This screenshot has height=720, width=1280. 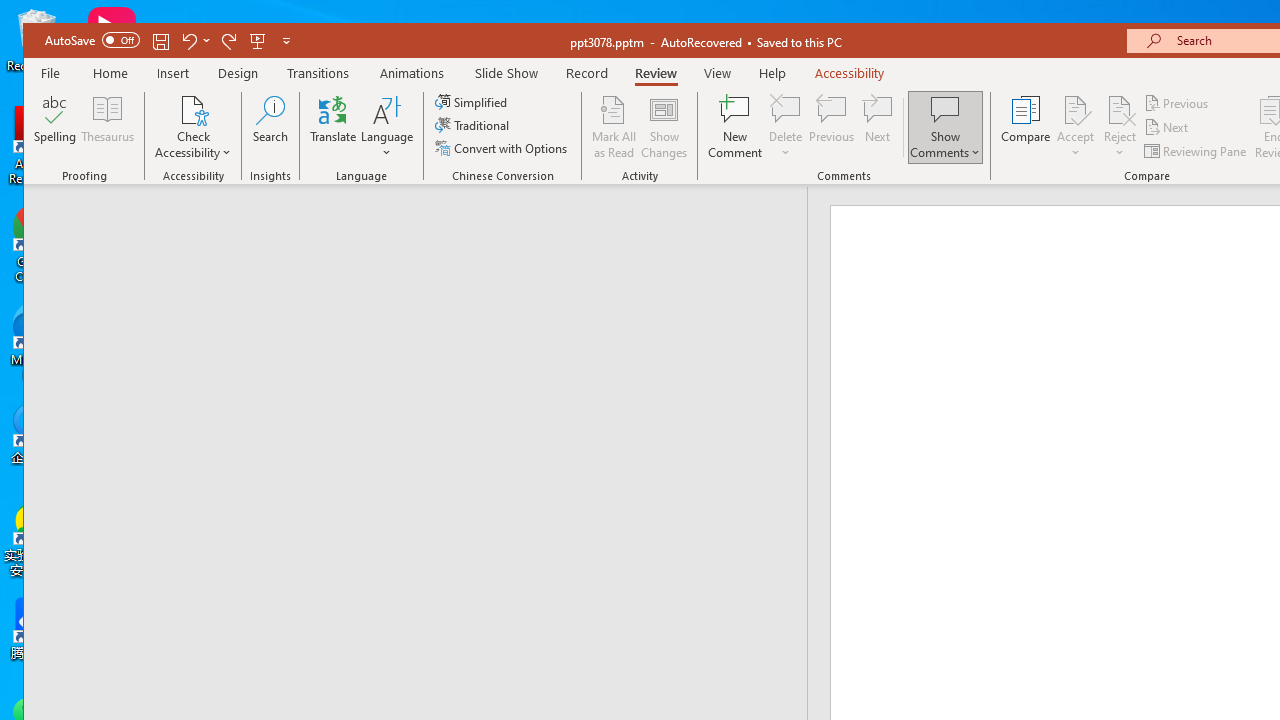 I want to click on 'Thesaurus...', so click(x=107, y=127).